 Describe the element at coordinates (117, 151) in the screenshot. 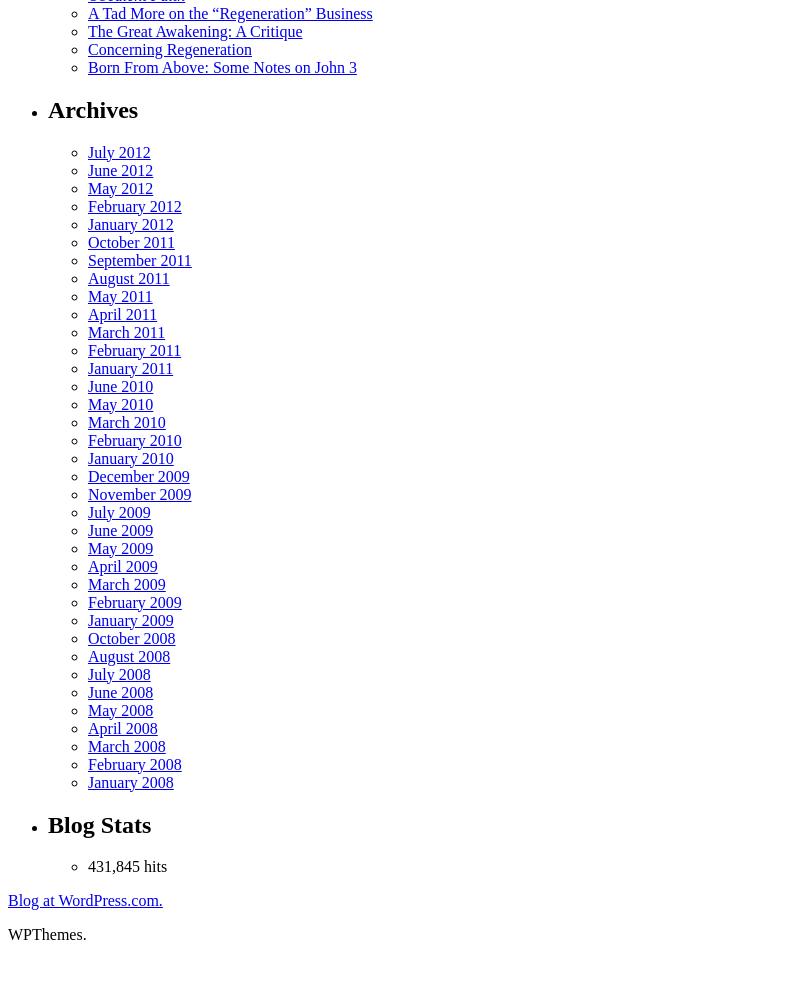

I see `'July 2012'` at that location.